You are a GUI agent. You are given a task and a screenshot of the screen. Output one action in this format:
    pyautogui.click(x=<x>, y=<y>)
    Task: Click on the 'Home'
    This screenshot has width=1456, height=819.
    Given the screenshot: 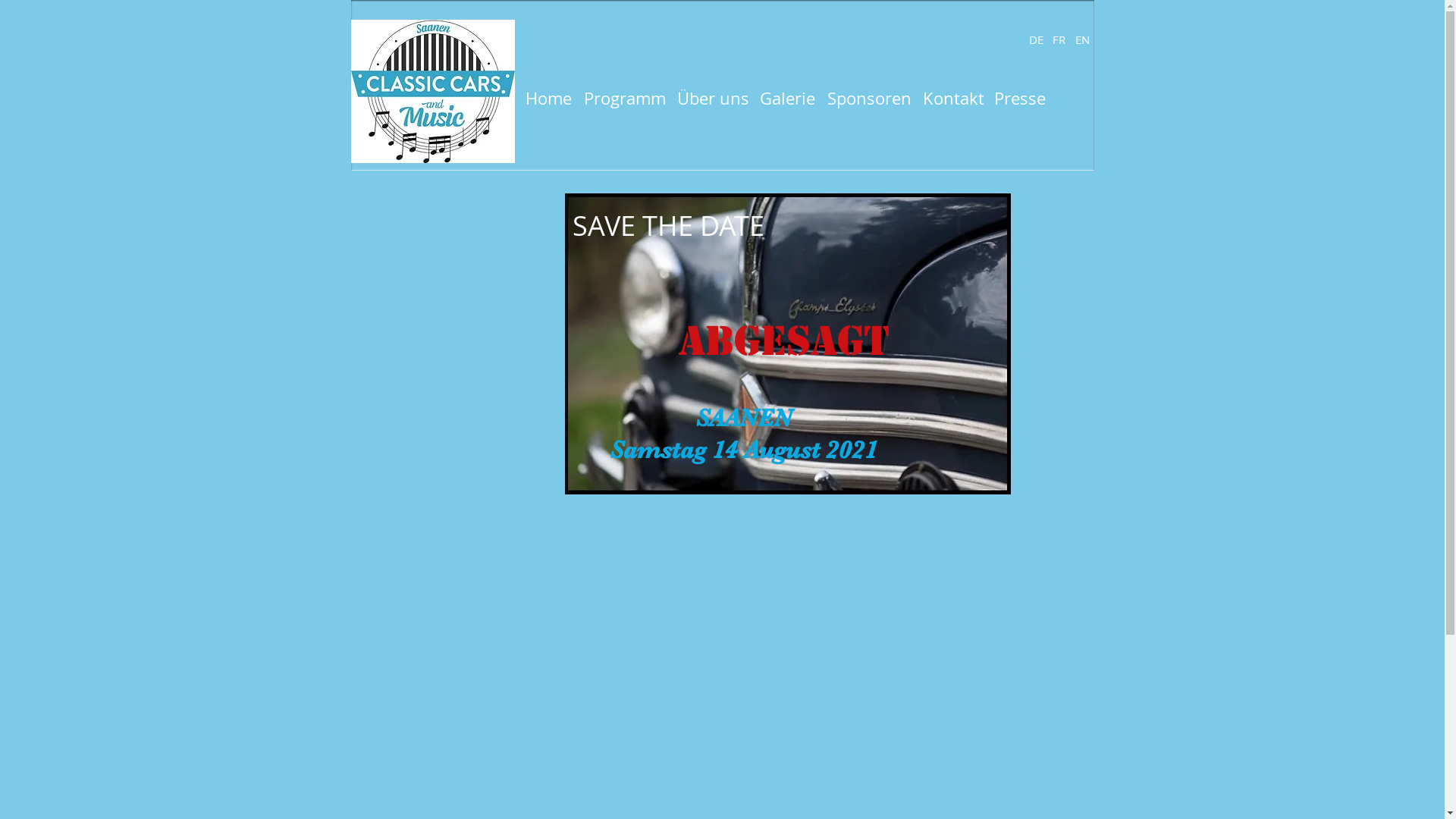 What is the action you would take?
    pyautogui.click(x=524, y=99)
    